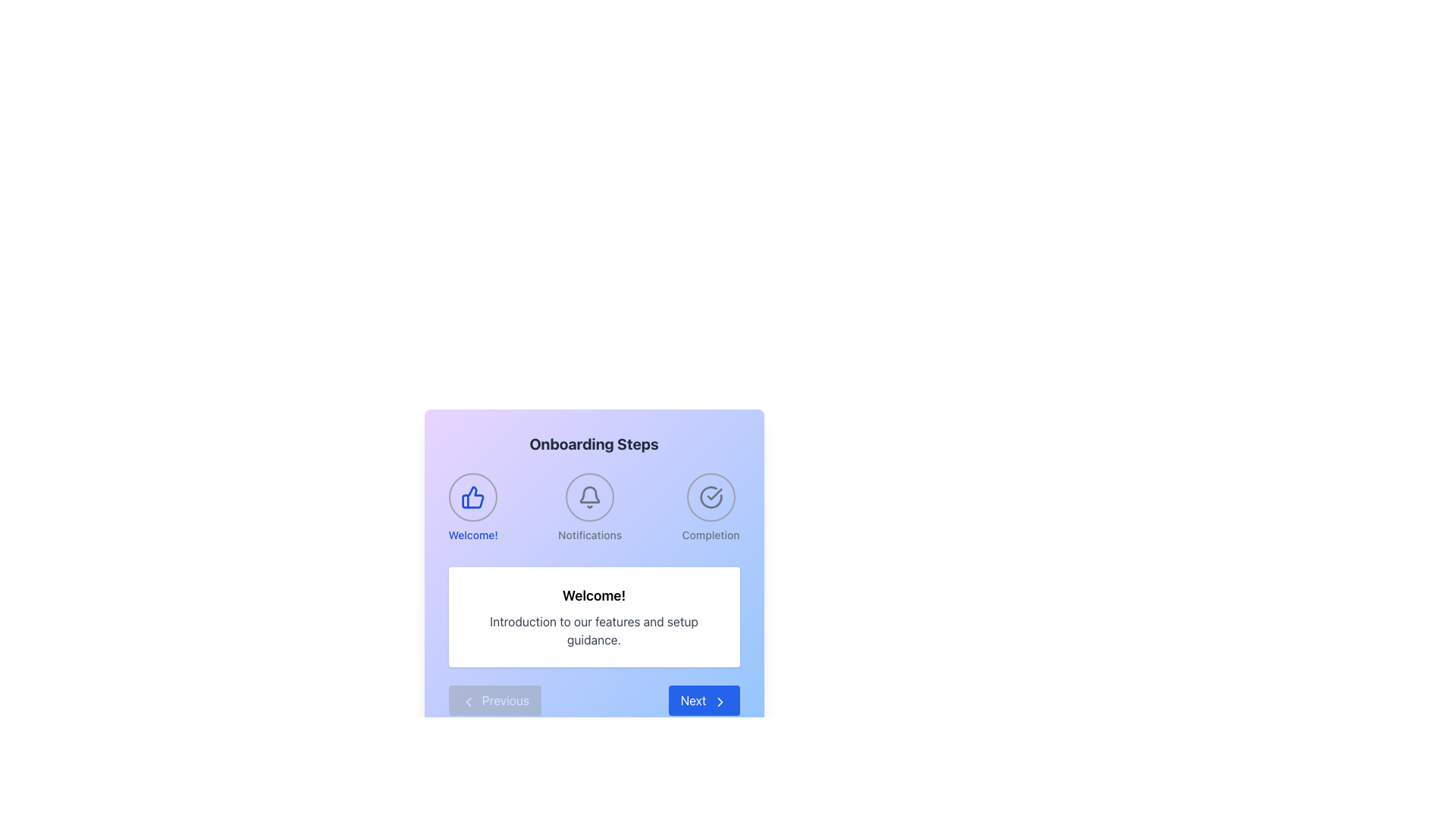 The width and height of the screenshot is (1456, 819). What do you see at coordinates (710, 508) in the screenshot?
I see `the 'Completion' step icon in the 'Onboarding Steps' section, located to the right of 'Welcome!' and 'Notifications'` at bounding box center [710, 508].